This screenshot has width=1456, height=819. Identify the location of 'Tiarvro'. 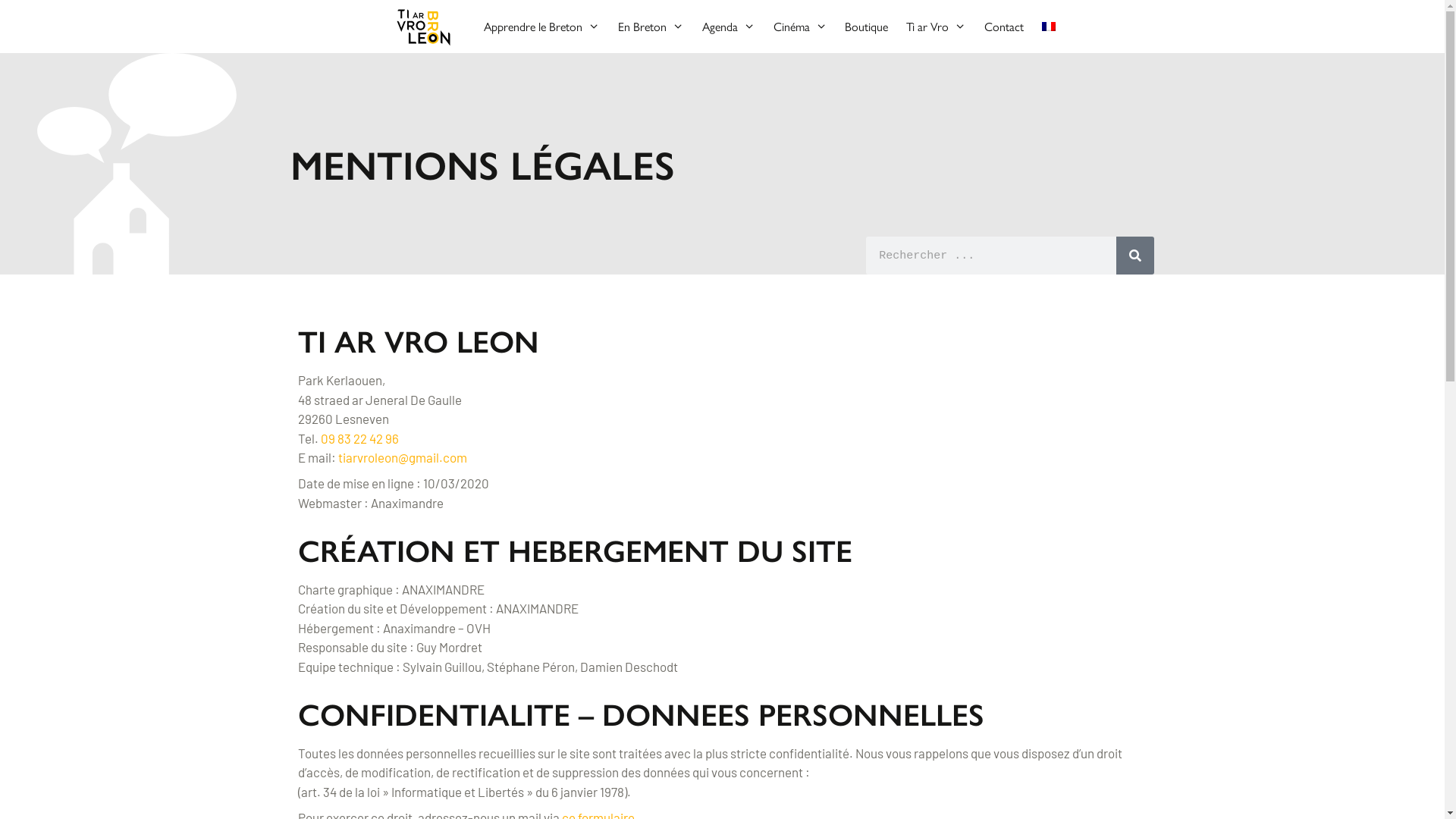
(426, 26).